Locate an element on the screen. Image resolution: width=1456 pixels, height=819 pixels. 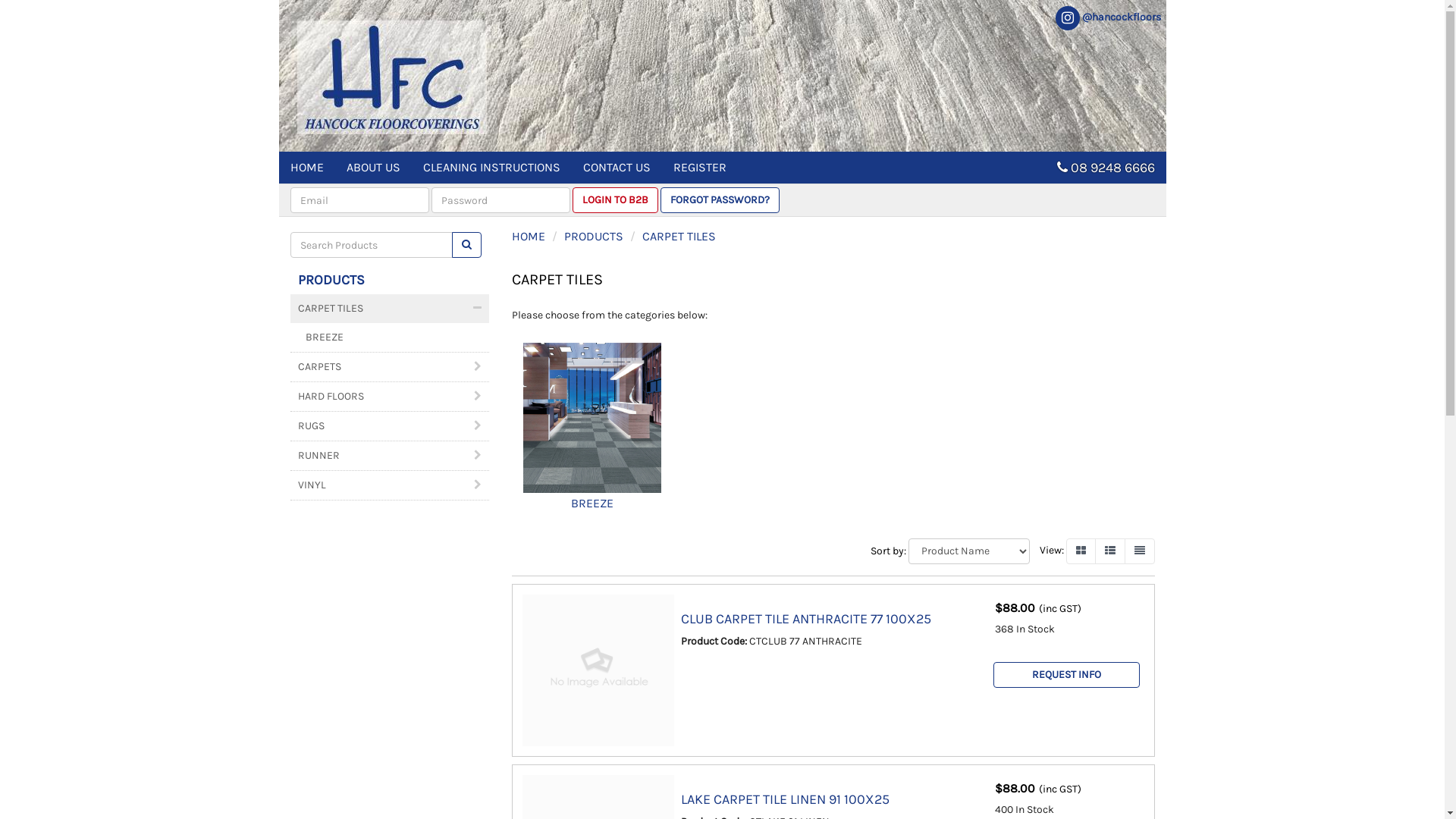
'CLUB CARPET TILE ANTHRACITE 77 100X25' is located at coordinates (805, 619).